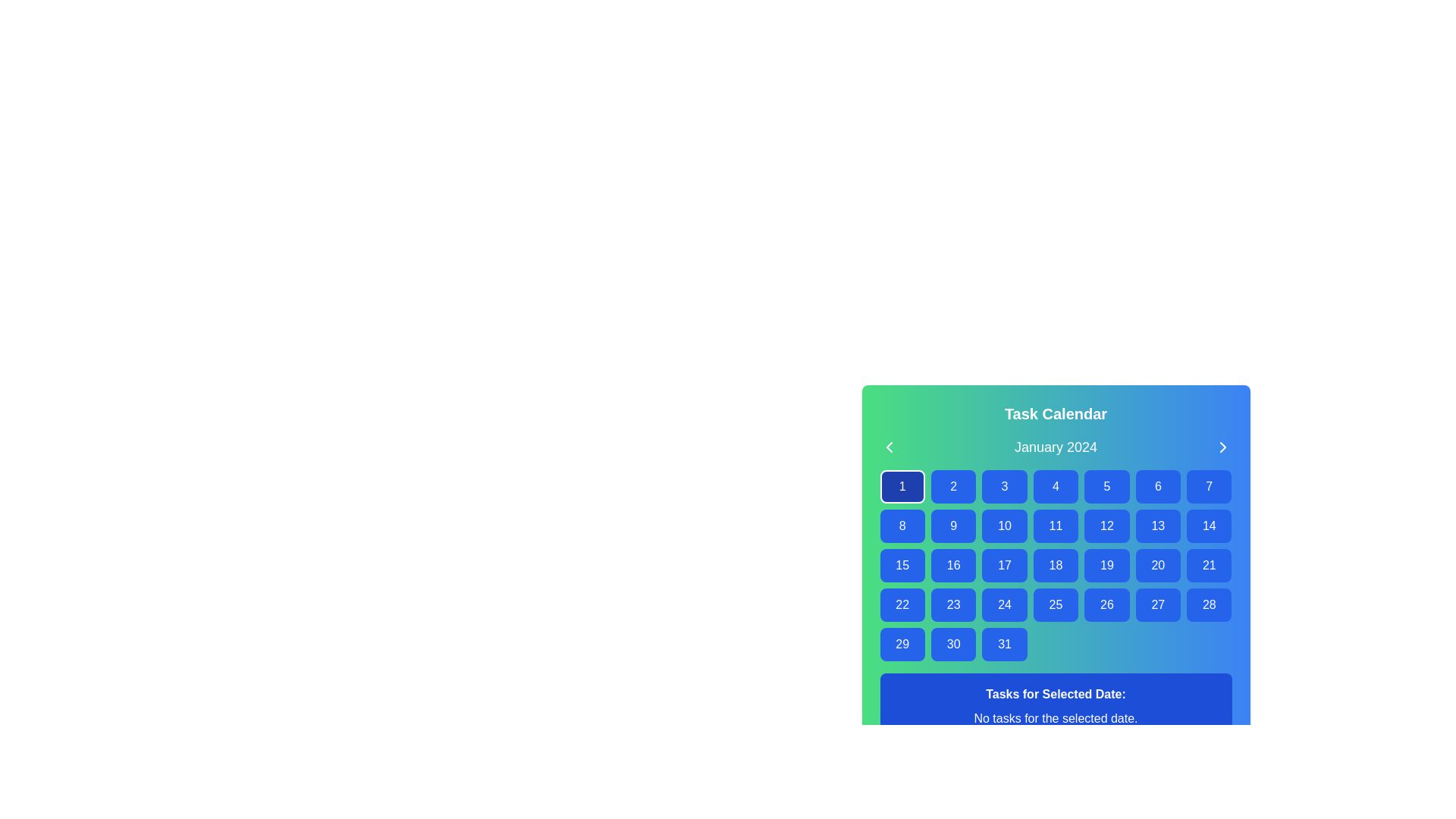 The width and height of the screenshot is (1456, 819). I want to click on the blue button displaying the number '19' in the third row, fifth column under the 'Task Calendar' heading for January 2024, so click(1106, 565).